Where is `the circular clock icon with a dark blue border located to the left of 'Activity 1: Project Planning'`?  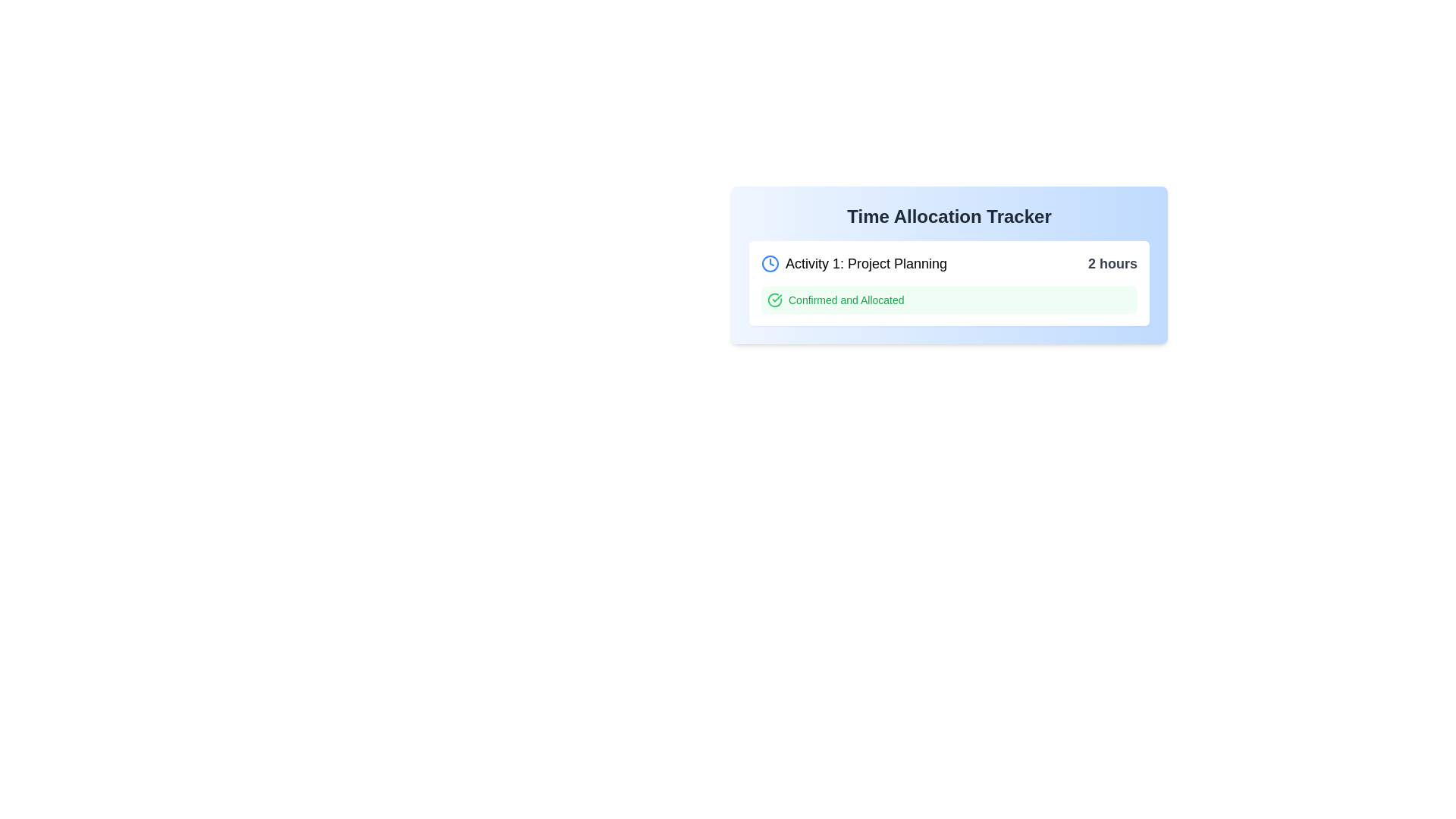
the circular clock icon with a dark blue border located to the left of 'Activity 1: Project Planning' is located at coordinates (770, 262).